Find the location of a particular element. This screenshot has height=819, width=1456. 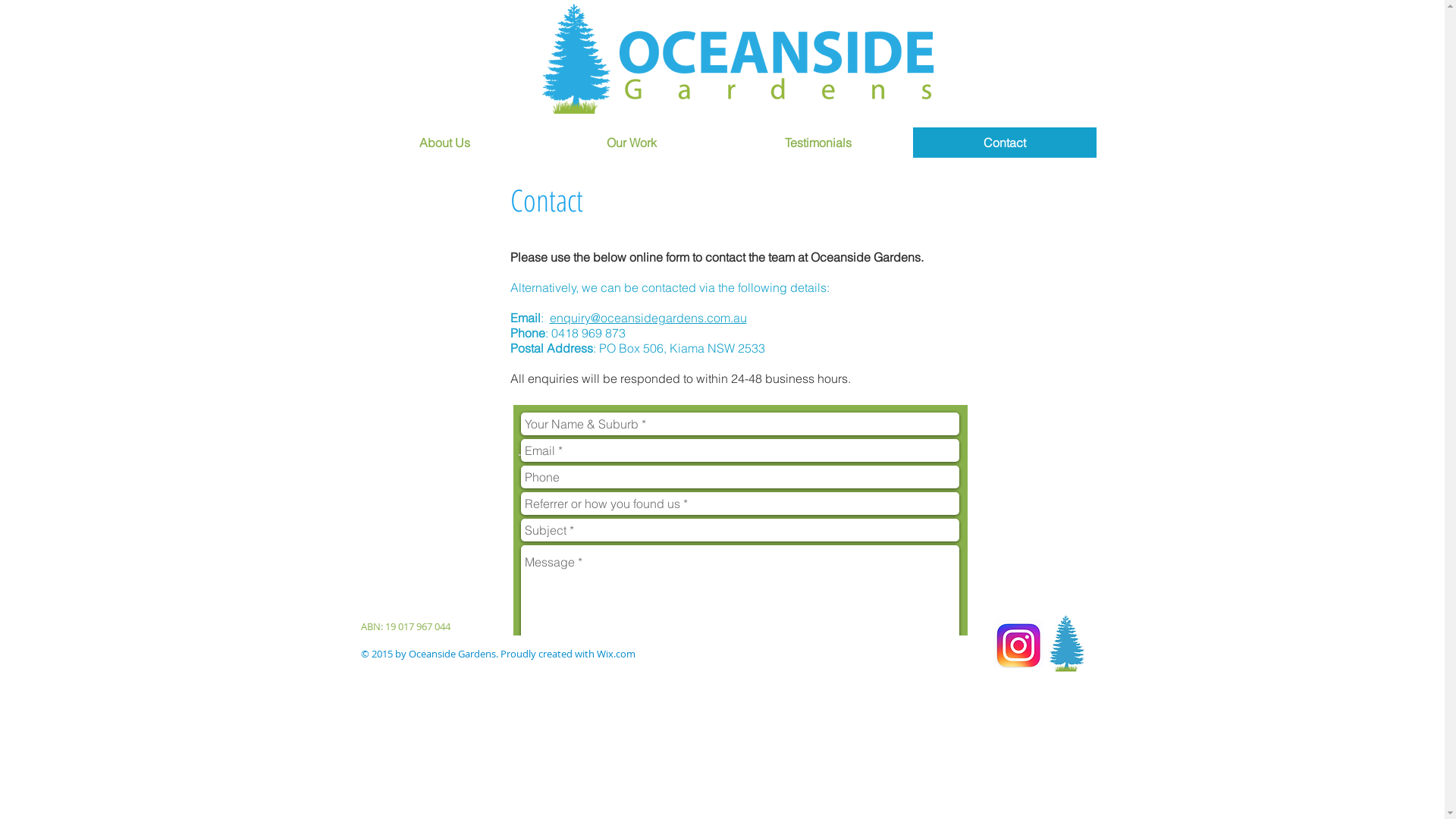

'Contact' is located at coordinates (1004, 143).